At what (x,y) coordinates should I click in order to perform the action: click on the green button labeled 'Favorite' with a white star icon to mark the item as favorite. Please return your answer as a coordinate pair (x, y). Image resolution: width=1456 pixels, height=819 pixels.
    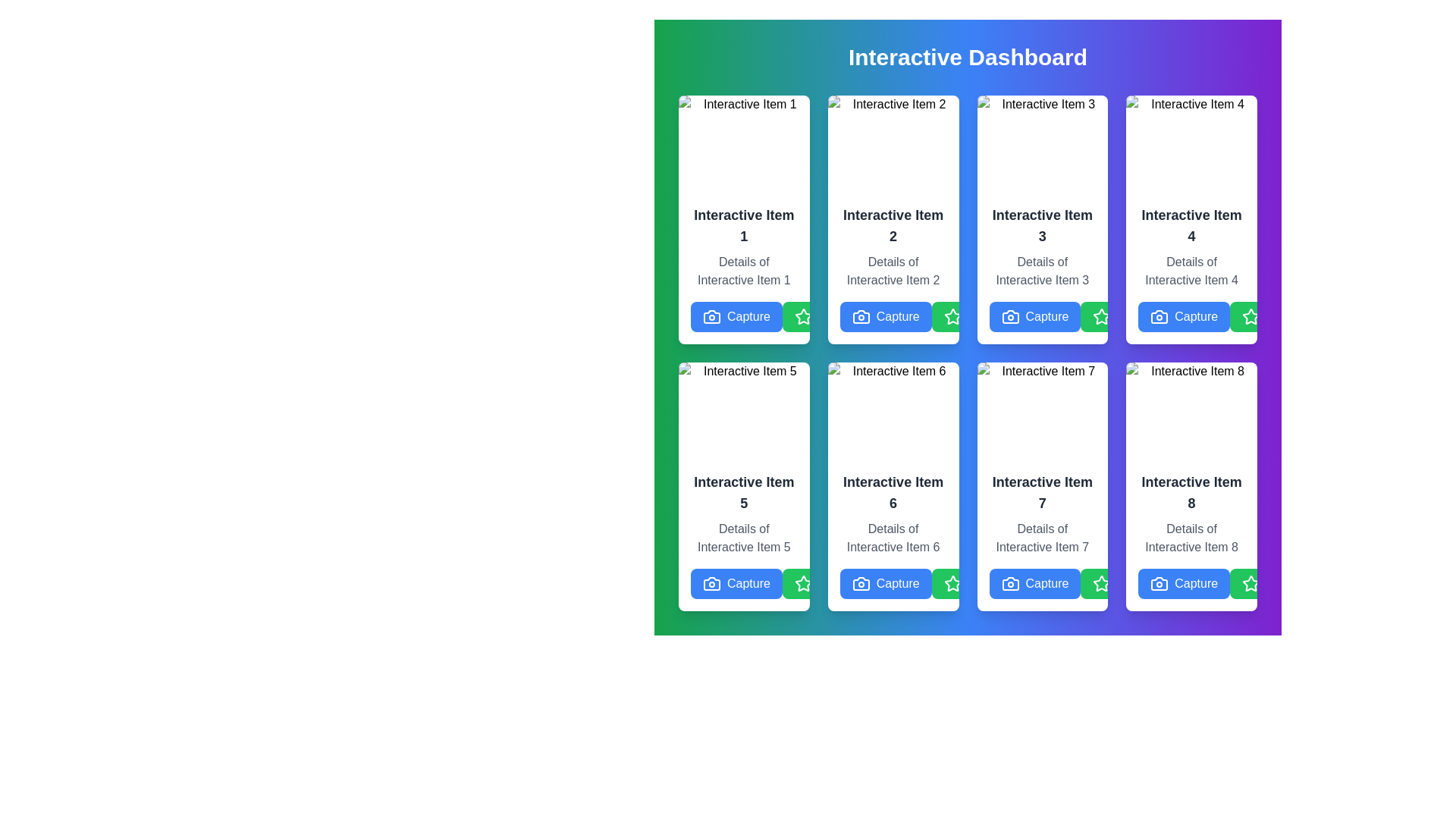
    Looking at the image, I should click on (827, 315).